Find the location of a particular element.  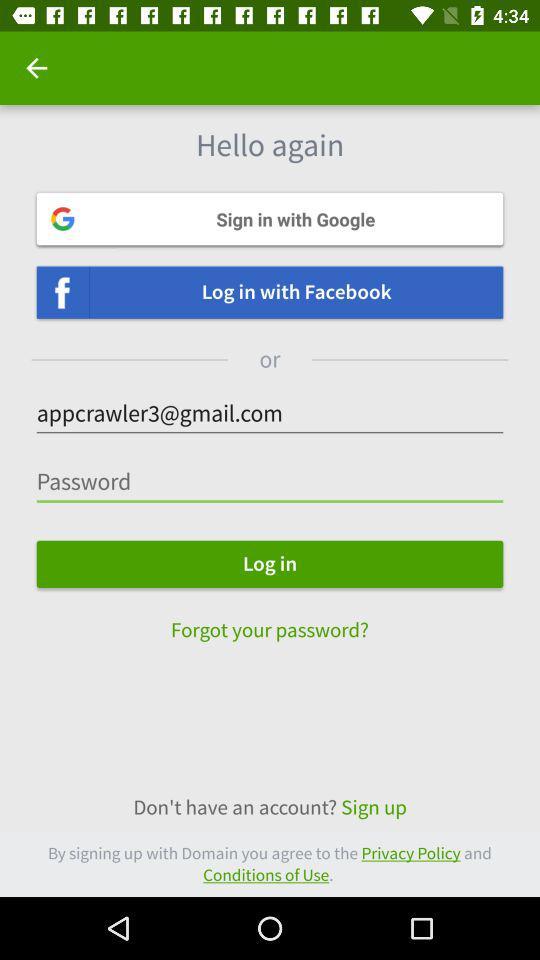

item above by signing up icon is located at coordinates (270, 807).